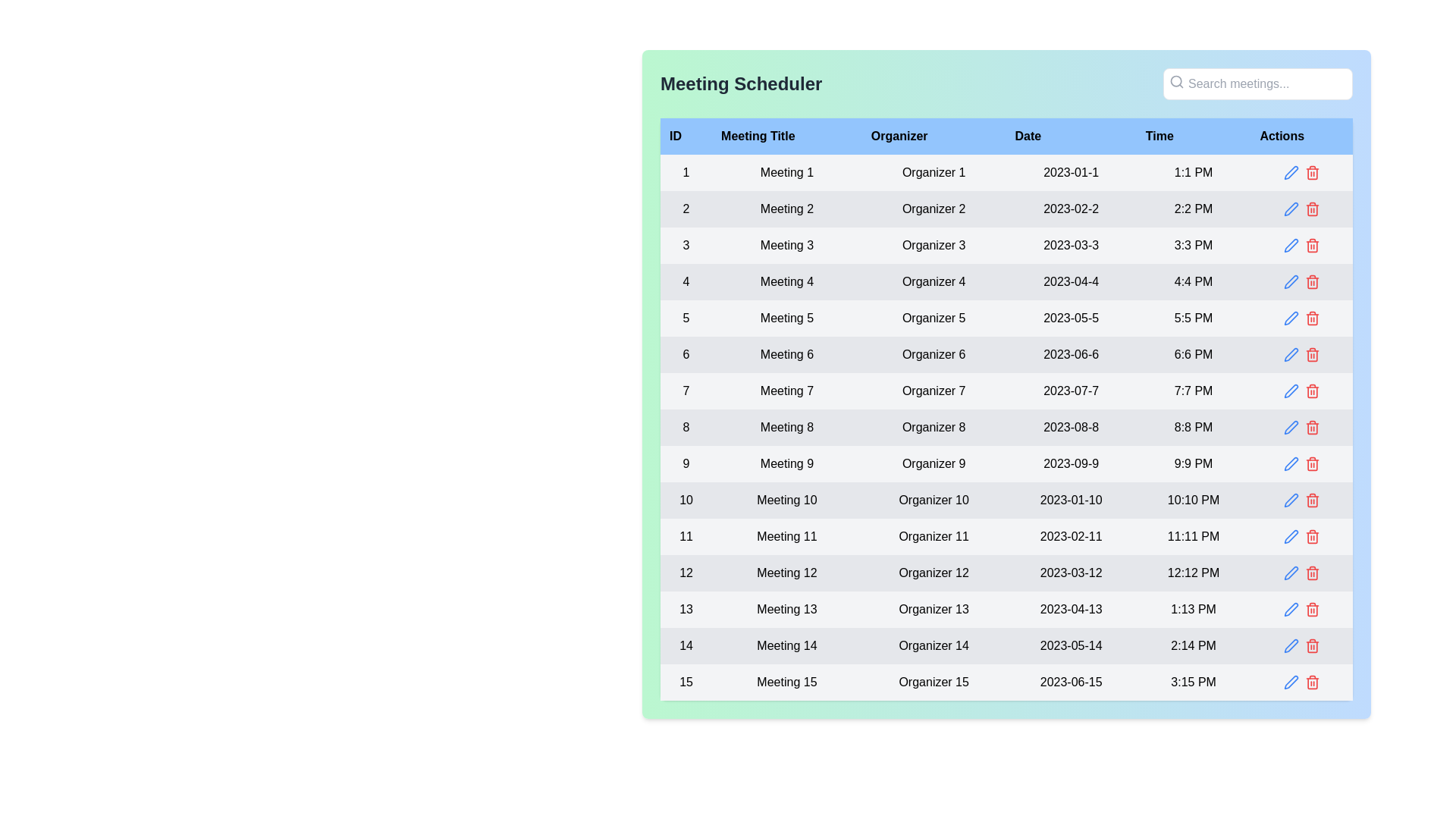 The height and width of the screenshot is (819, 1456). I want to click on the text label displaying the number '5', which is bold and centered within a light gray cell in the first column of the grid layout, serving as the ID for the fifth row, so click(686, 318).